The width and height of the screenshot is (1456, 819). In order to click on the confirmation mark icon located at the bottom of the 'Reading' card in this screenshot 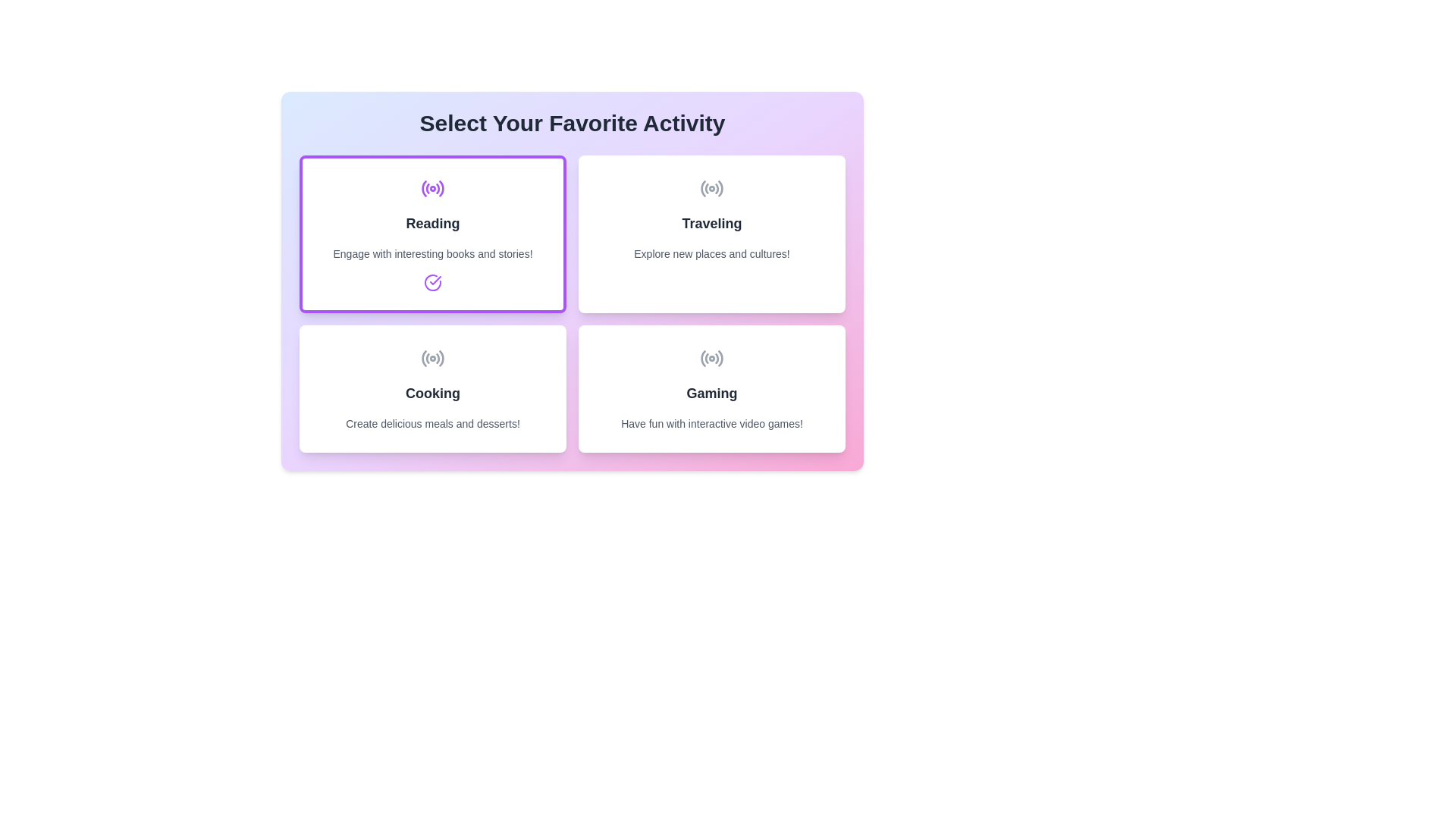, I will do `click(432, 283)`.